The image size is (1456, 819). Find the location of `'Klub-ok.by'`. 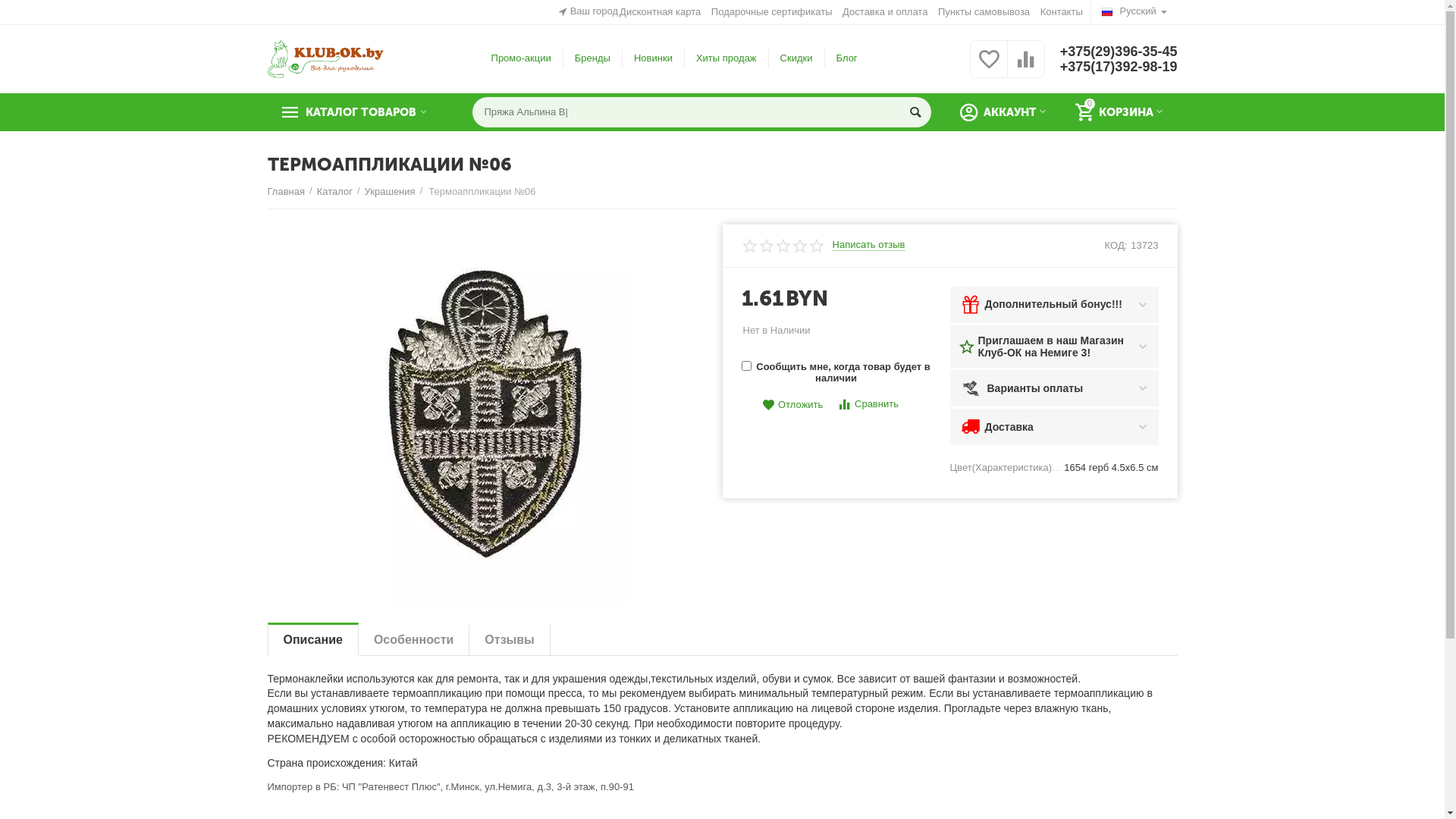

'Klub-ok.by' is located at coordinates (324, 57).